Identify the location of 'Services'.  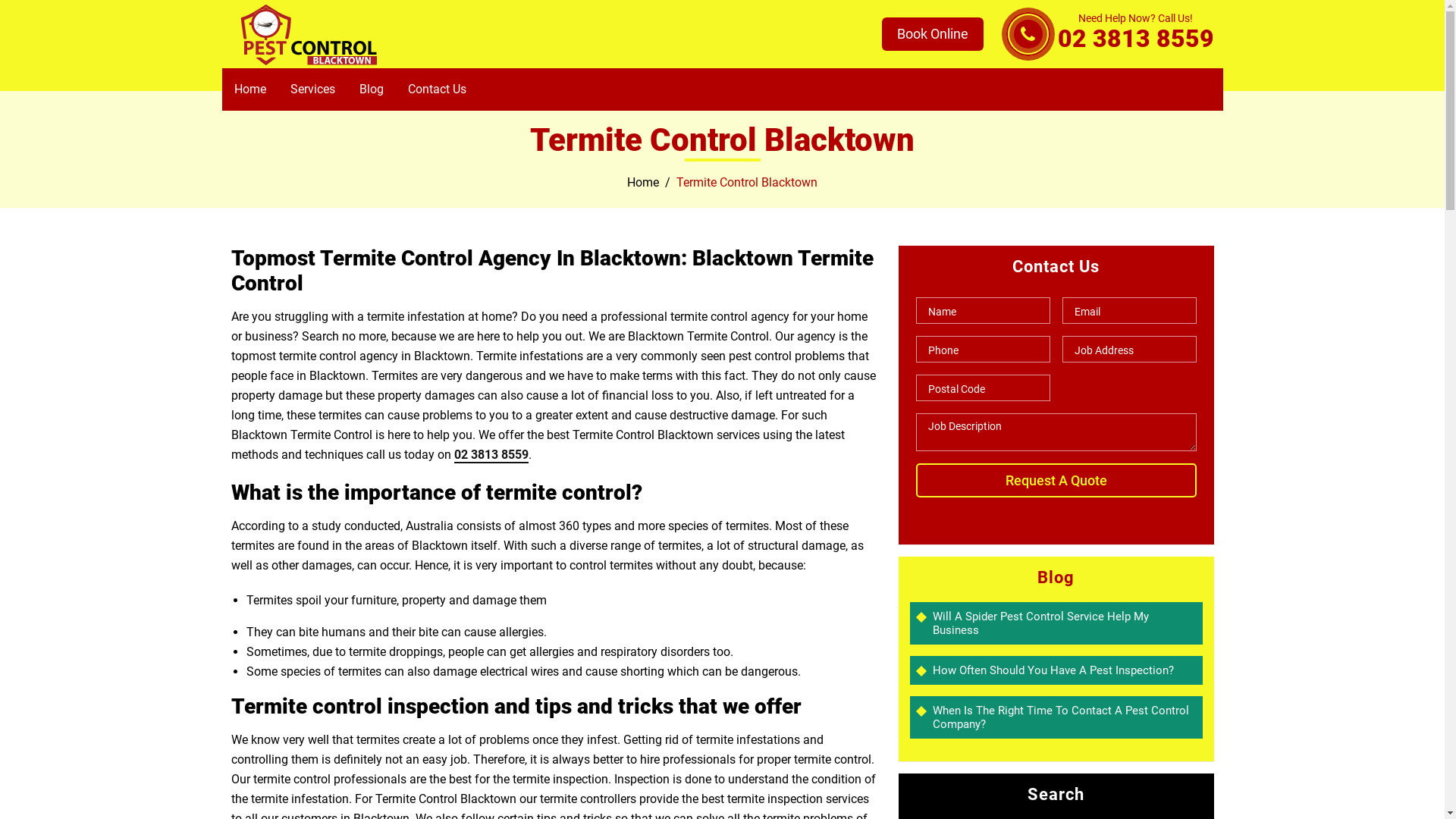
(312, 89).